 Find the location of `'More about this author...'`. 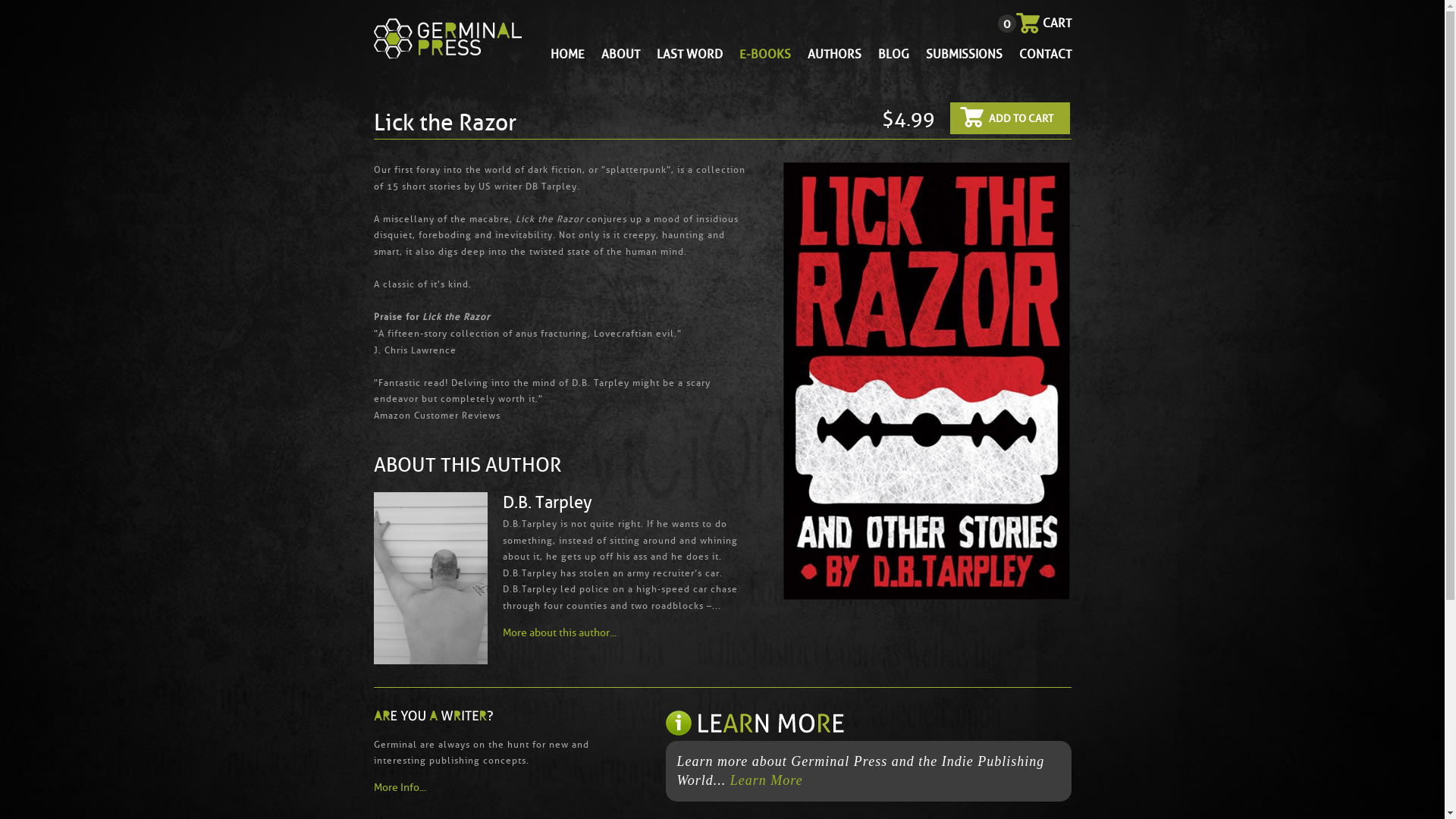

'More about this author...' is located at coordinates (558, 632).